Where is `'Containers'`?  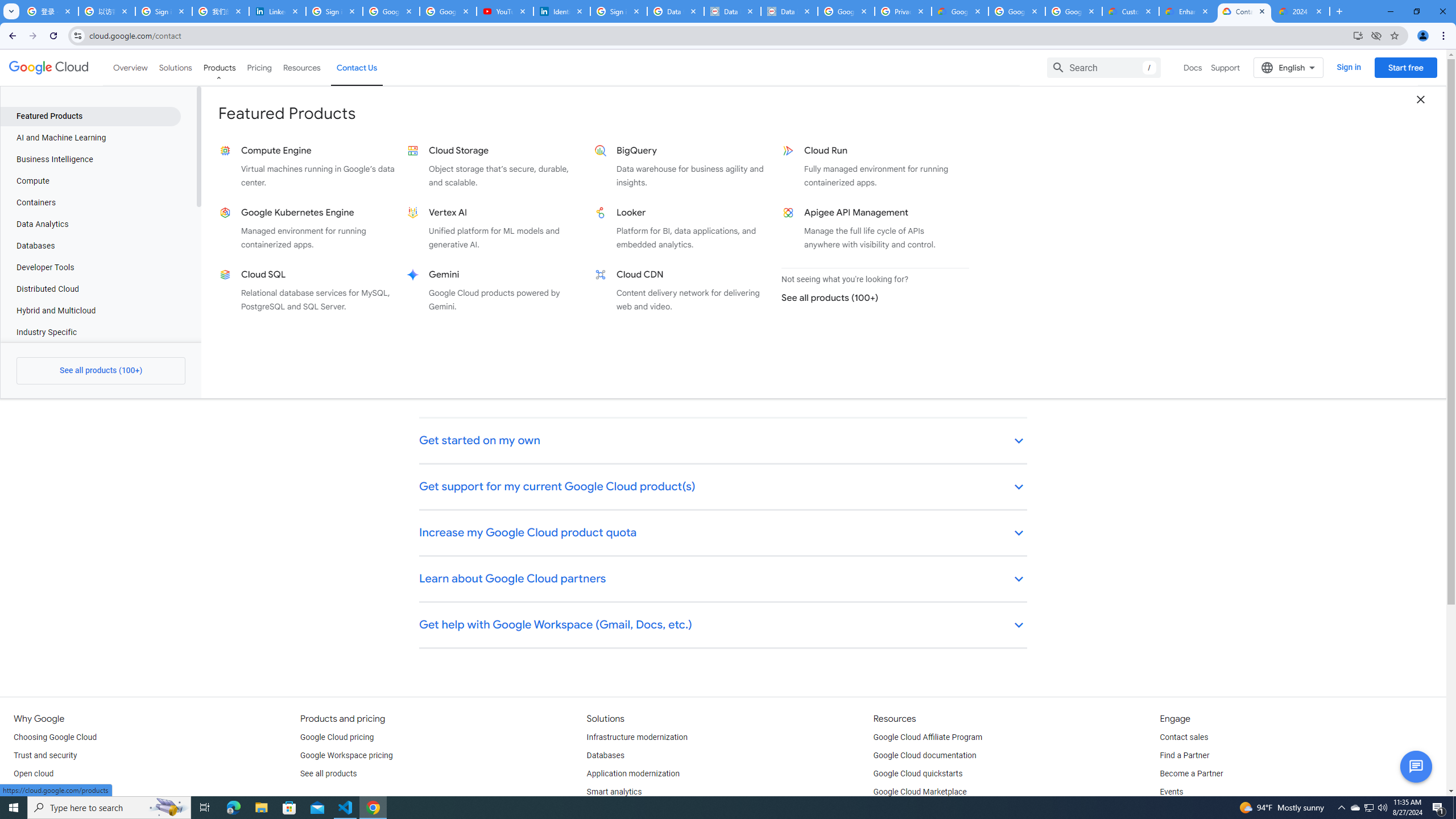
'Containers' is located at coordinates (90, 202).